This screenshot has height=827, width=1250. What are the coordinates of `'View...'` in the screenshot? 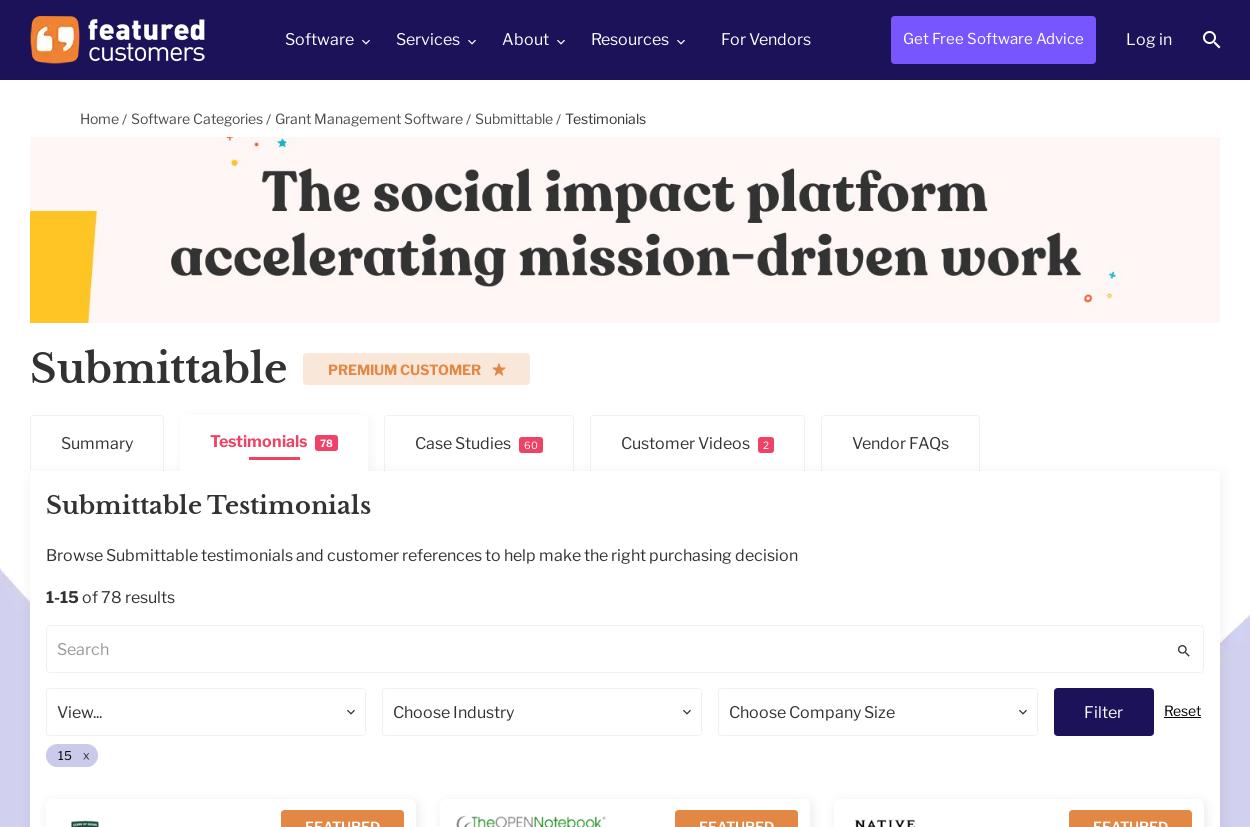 It's located at (78, 711).